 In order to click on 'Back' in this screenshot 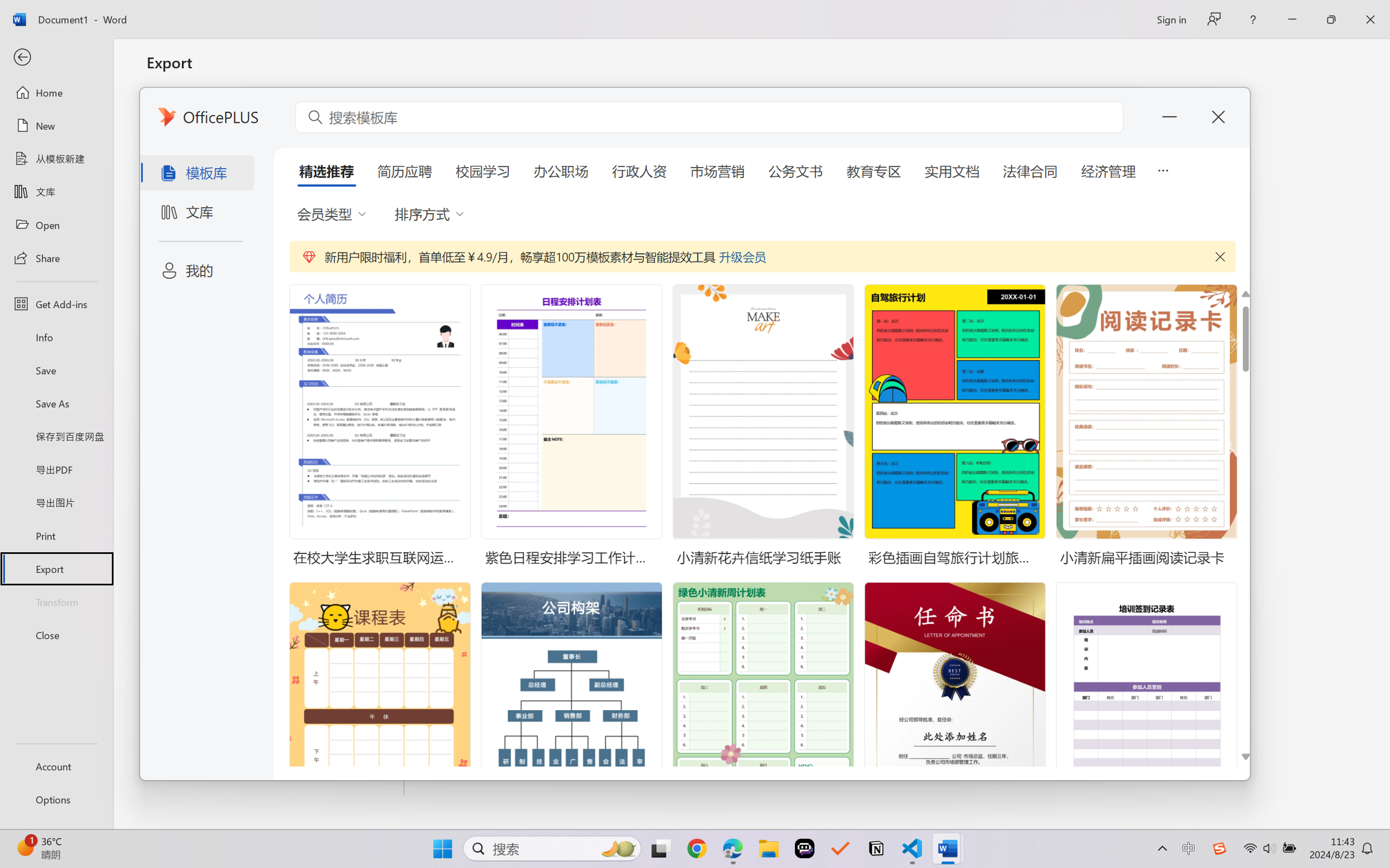, I will do `click(56, 57)`.